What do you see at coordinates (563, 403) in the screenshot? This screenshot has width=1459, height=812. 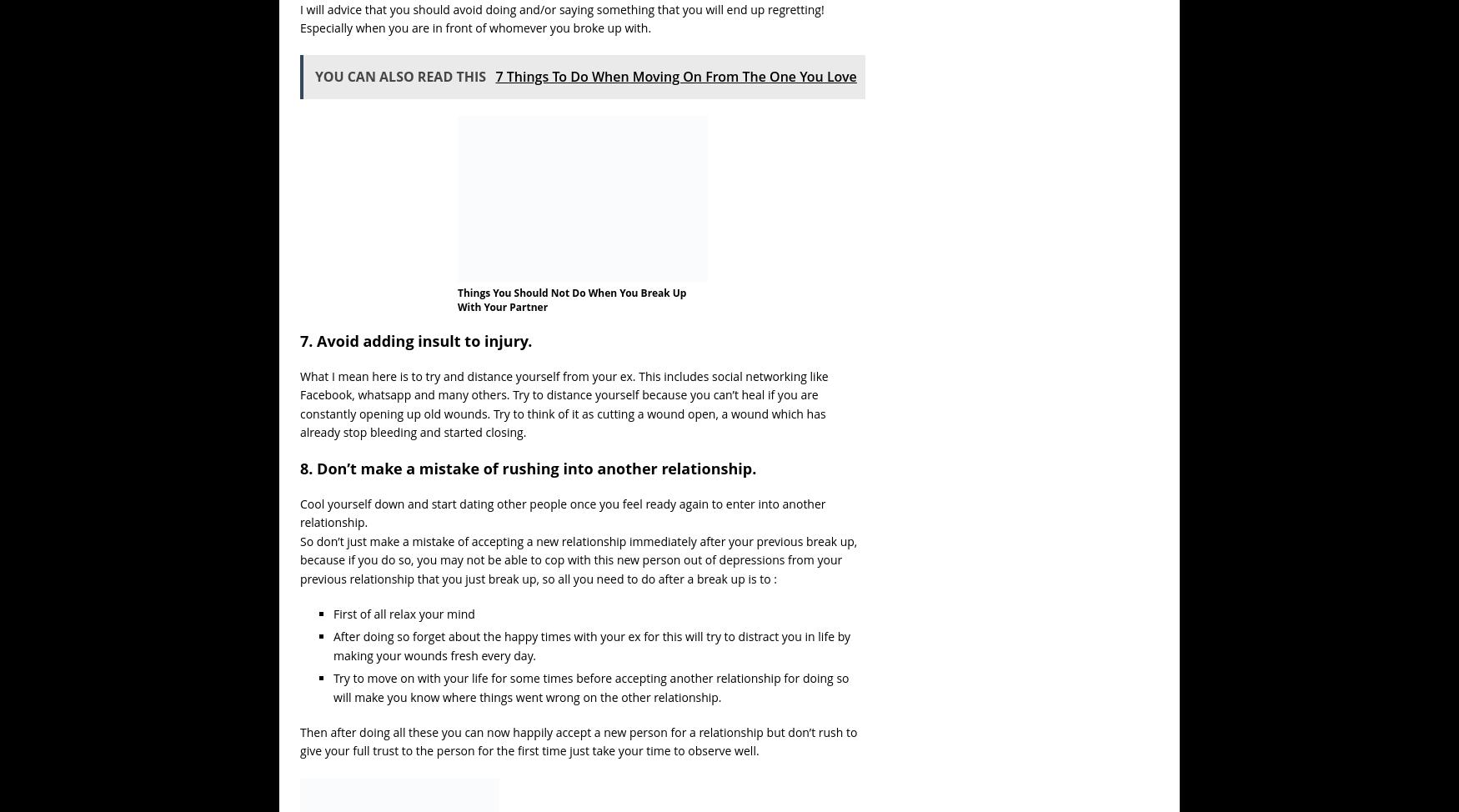 I see `'What I mean here is to try and distance yourself from your ex. This includes social networking like Facebook, whatsapp and many others. Try to distance yourself because you can’t heal if you are constantly opening up old wounds. Try to think of it as cutting a wound open, a wound which has already stop bleeding and started closing.'` at bounding box center [563, 403].